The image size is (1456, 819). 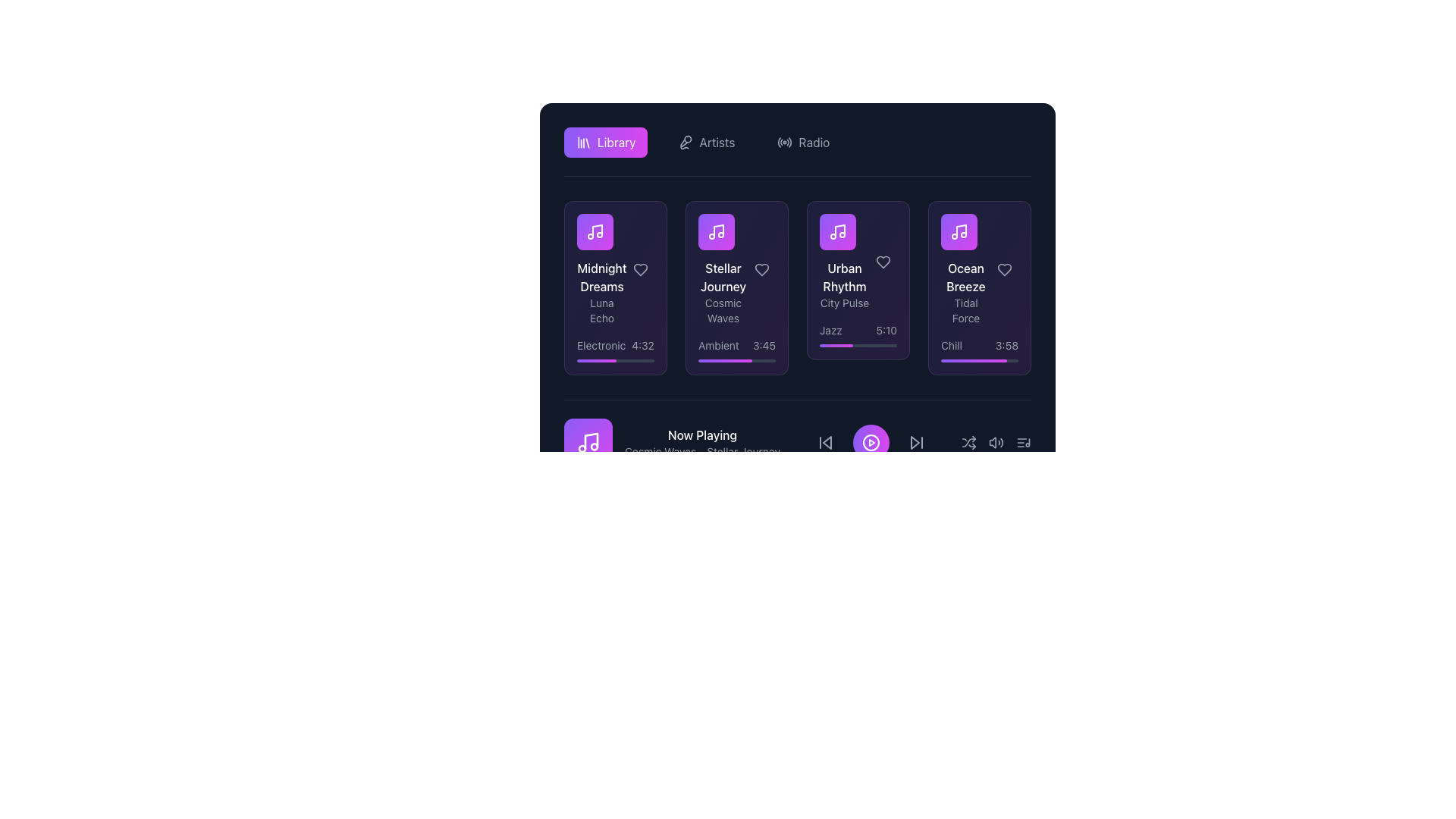 I want to click on the 'Artists' navigation icon located in the top navigation bar, which is positioned second from the left, so click(x=684, y=143).